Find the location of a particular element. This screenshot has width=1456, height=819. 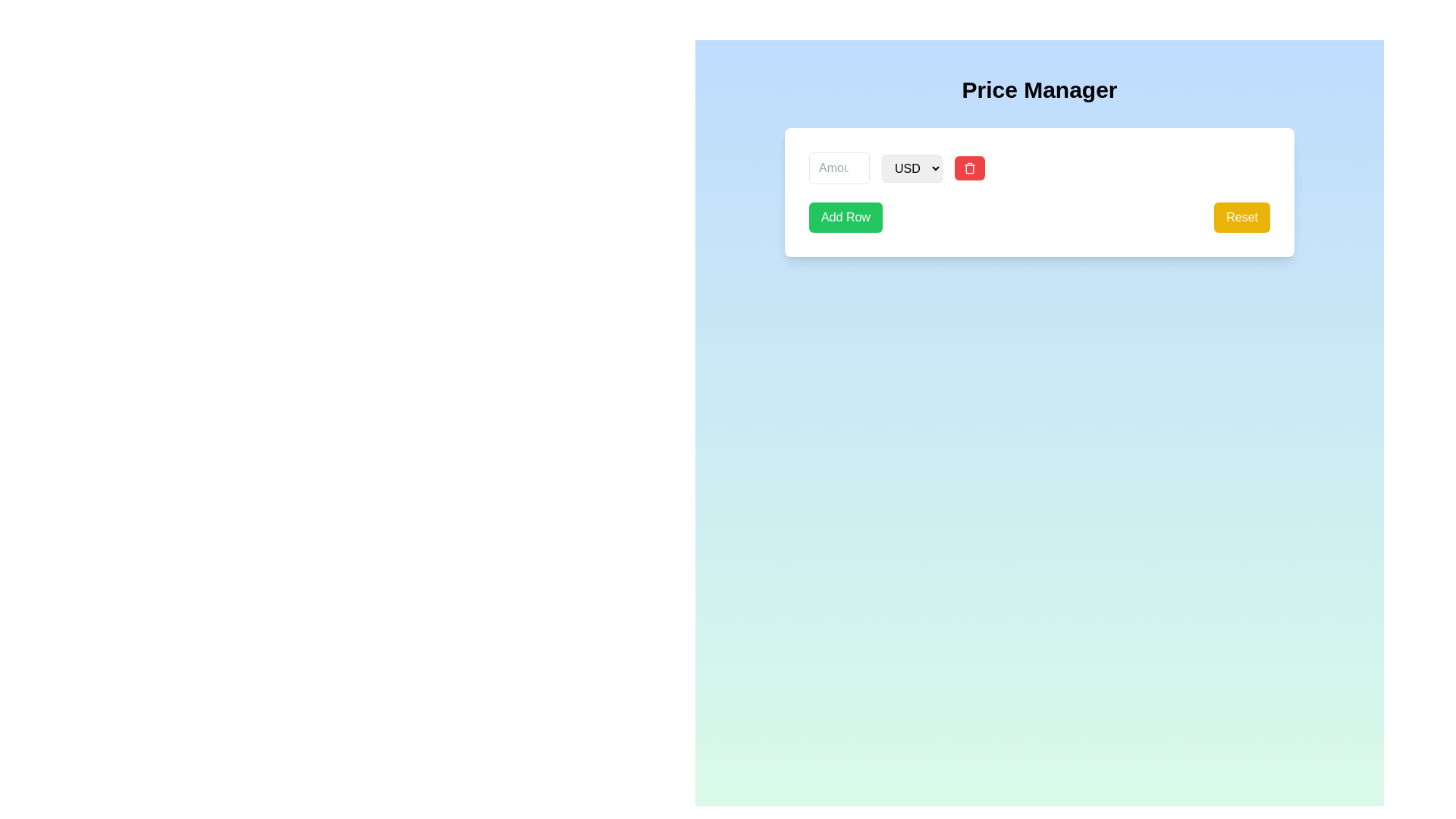

the small trash icon styled in a red circular background, which is part of a clickable button located towards the right edge of input and dropdown components, to possibly see a tooltip is located at coordinates (968, 168).